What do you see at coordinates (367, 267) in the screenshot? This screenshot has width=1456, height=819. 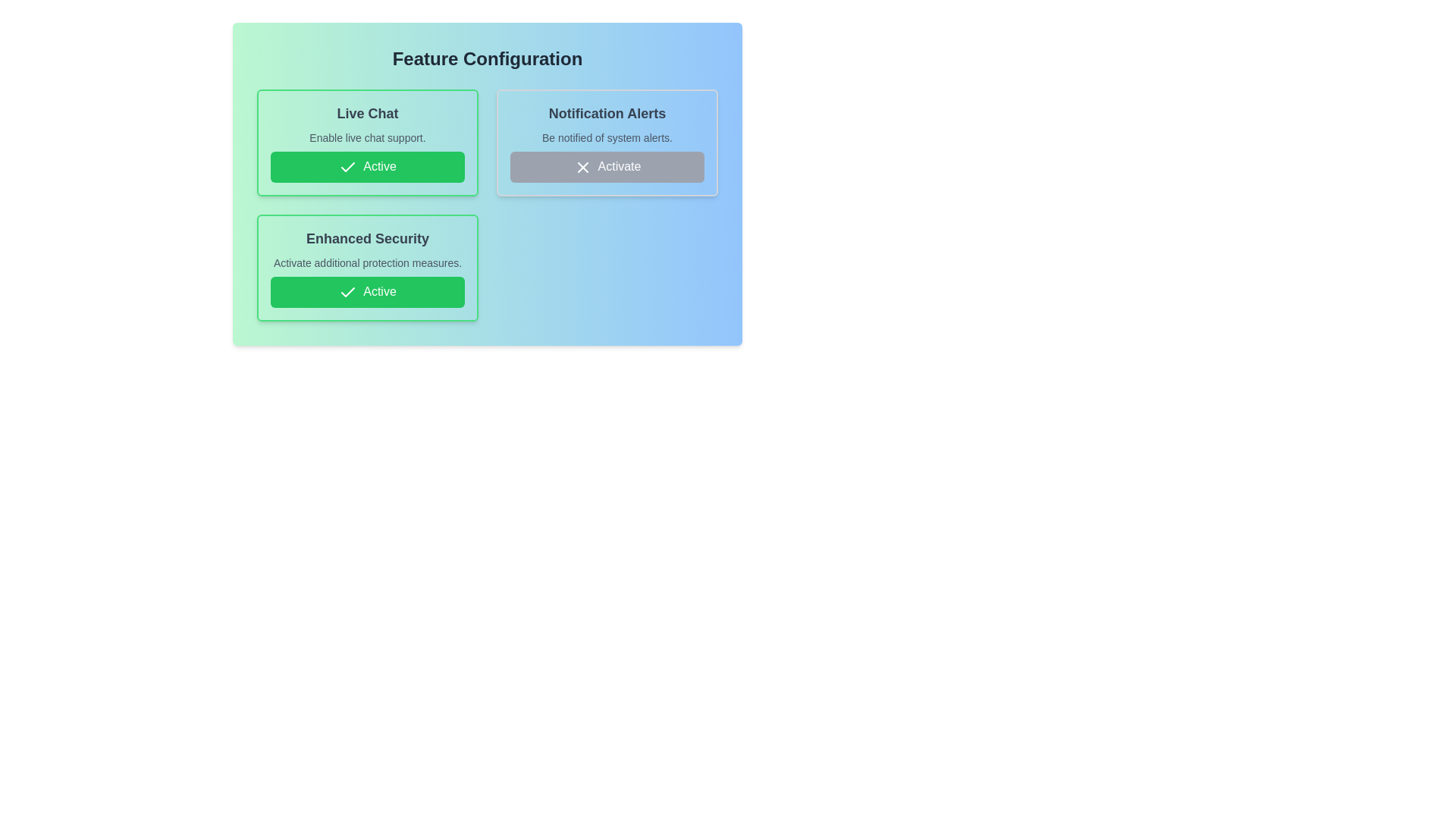 I see `the feature item Enhanced Security to observe the hover effect` at bounding box center [367, 267].